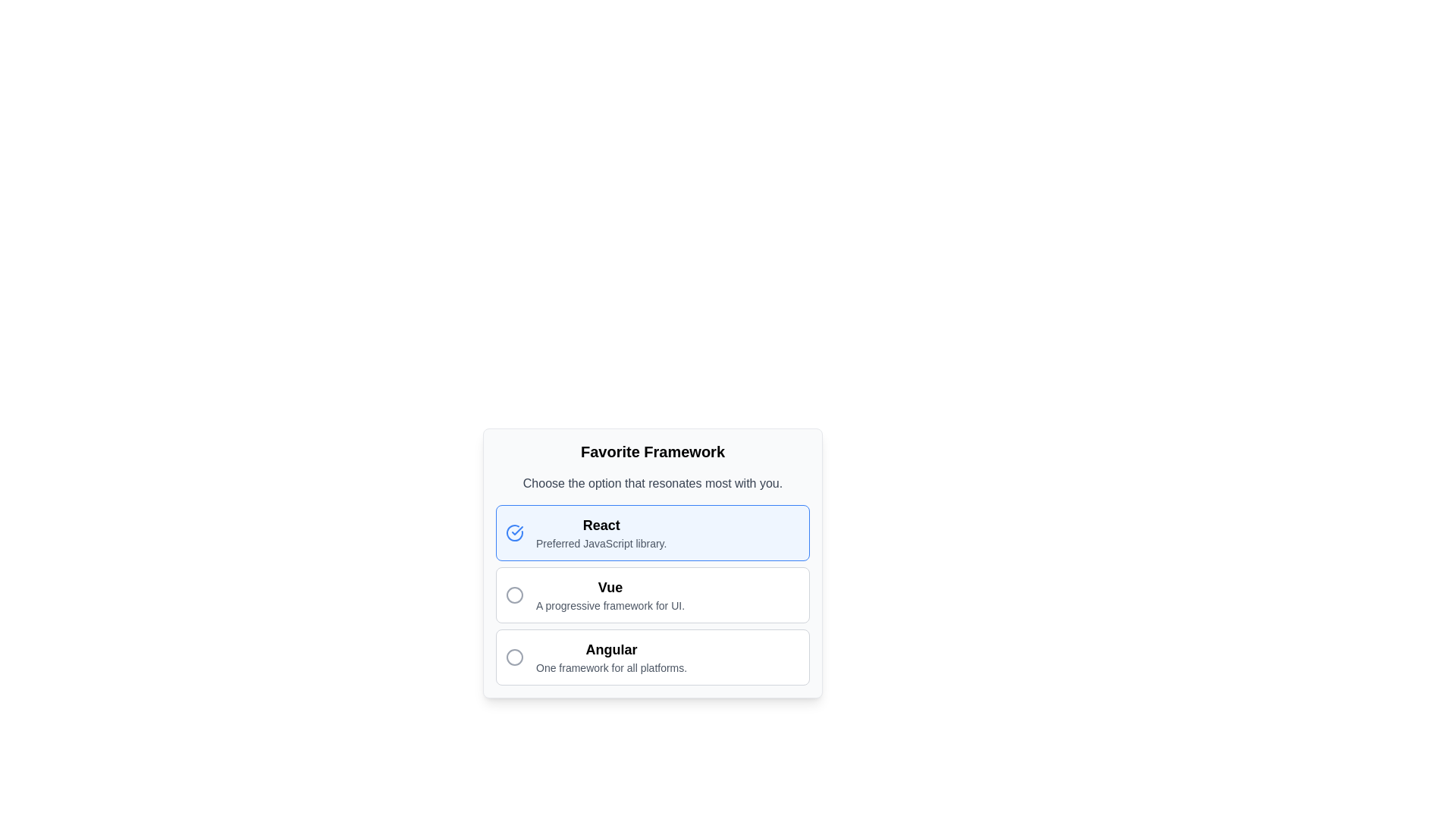  Describe the element at coordinates (514, 657) in the screenshot. I see `the circular icon with a gray outline located to the left of the text 'Angular: One framework for all platforms' in the 'Favorite Framework' selection menu` at that location.